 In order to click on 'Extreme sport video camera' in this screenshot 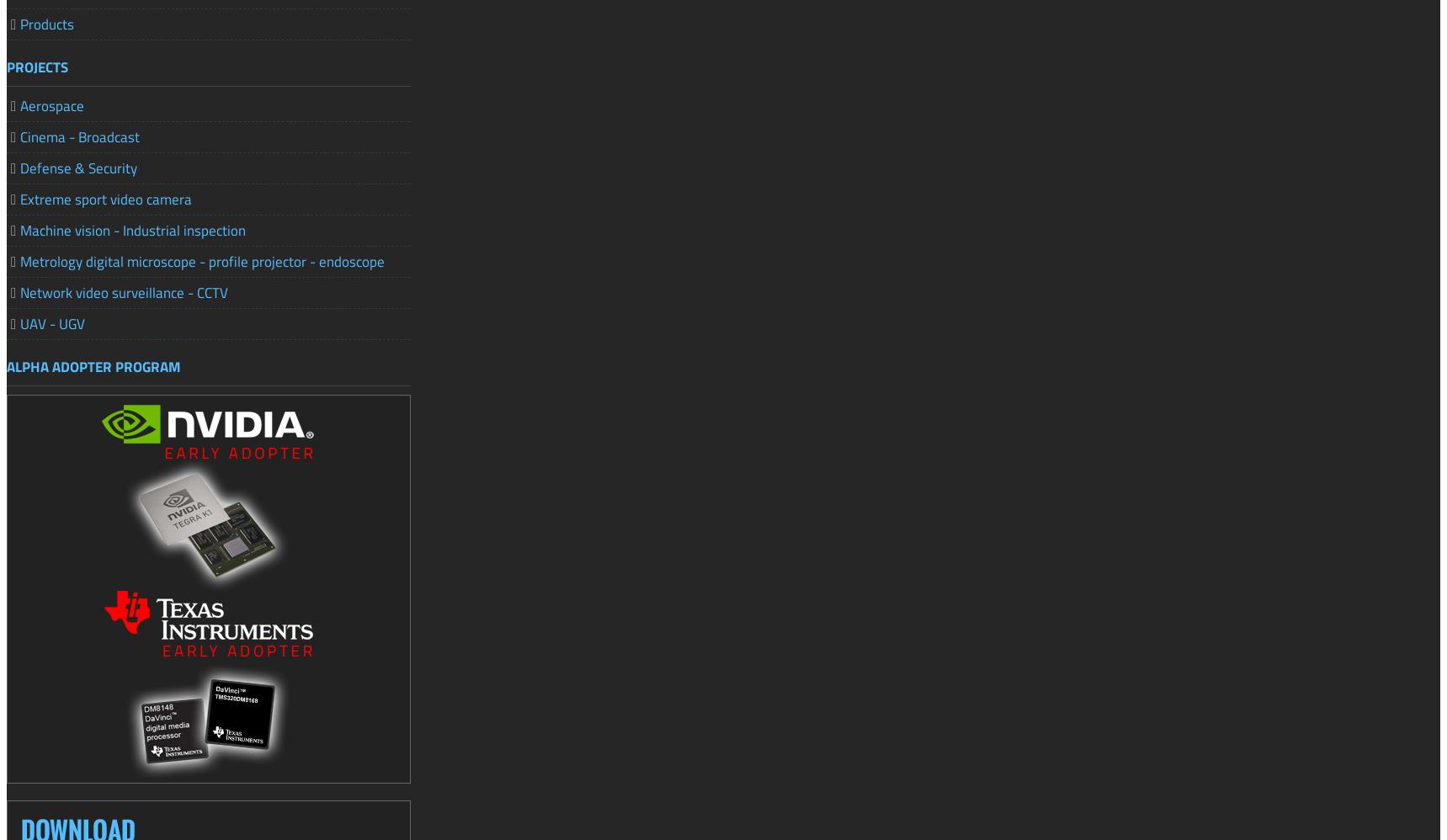, I will do `click(19, 199)`.